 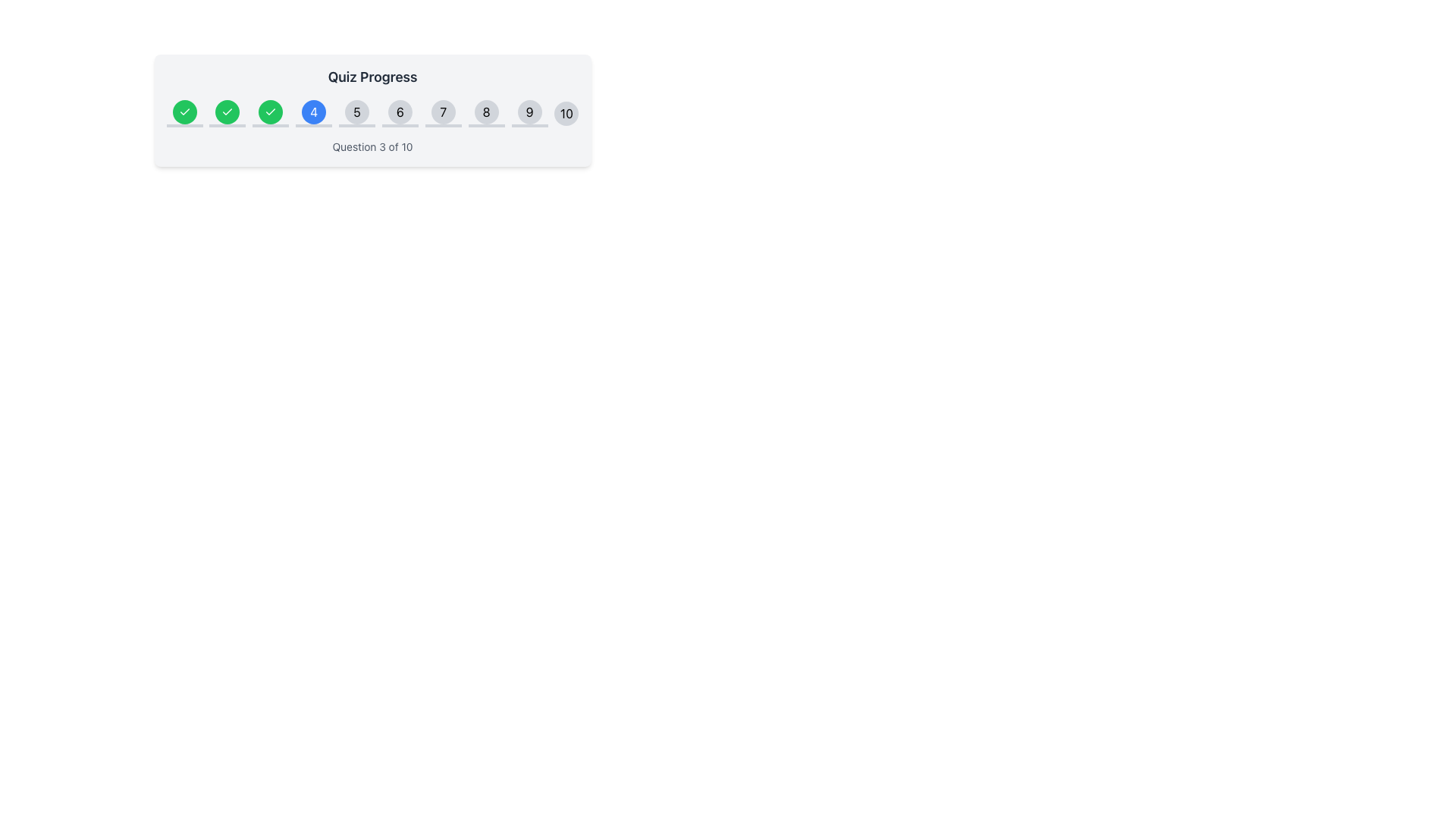 What do you see at coordinates (227, 113) in the screenshot?
I see `the third circular icon button in the 'Quiz Progress' tracker` at bounding box center [227, 113].